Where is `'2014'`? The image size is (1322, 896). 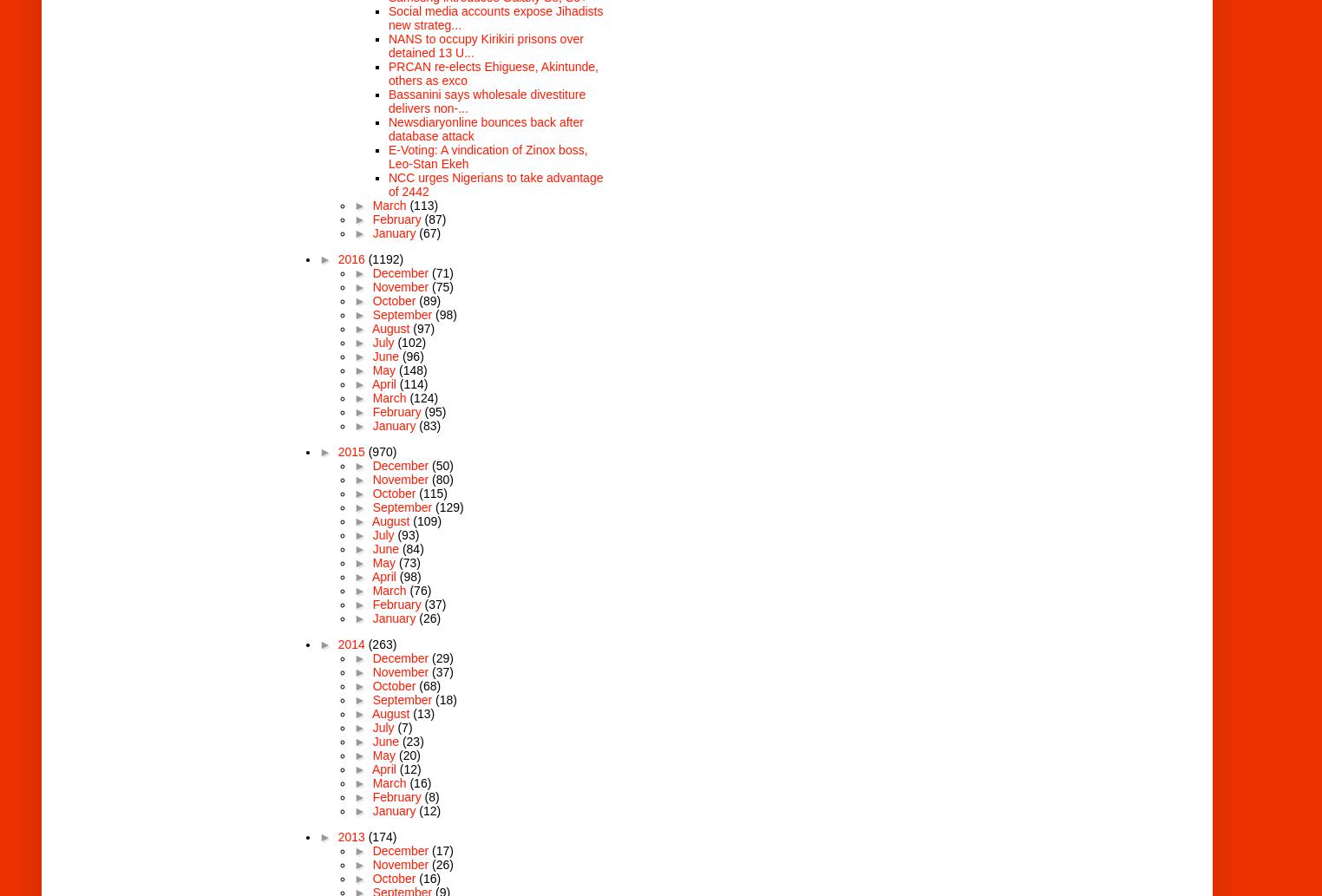
'2014' is located at coordinates (351, 644).